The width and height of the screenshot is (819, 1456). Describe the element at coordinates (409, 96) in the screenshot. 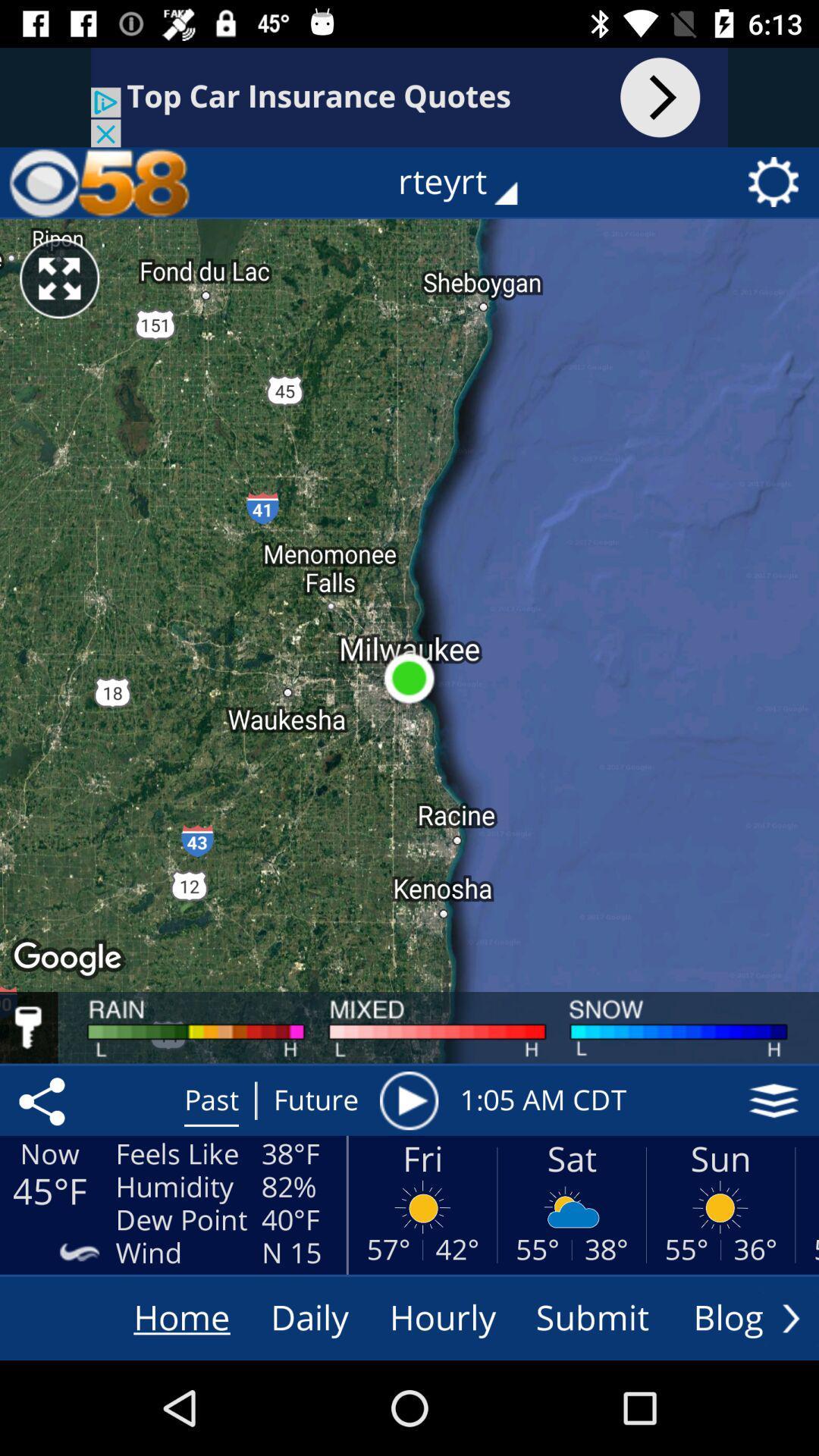

I see `visit website` at that location.